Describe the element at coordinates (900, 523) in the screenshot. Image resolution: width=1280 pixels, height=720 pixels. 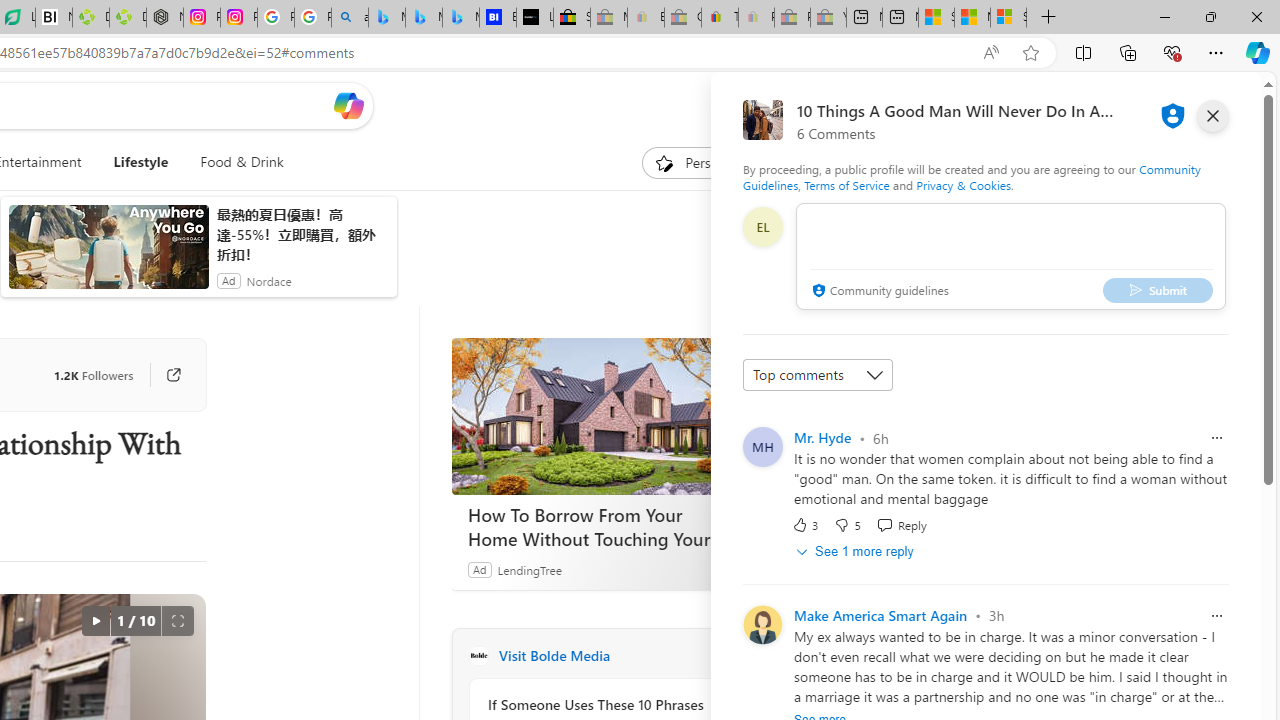
I see `'Reply Reply Comment'` at that location.